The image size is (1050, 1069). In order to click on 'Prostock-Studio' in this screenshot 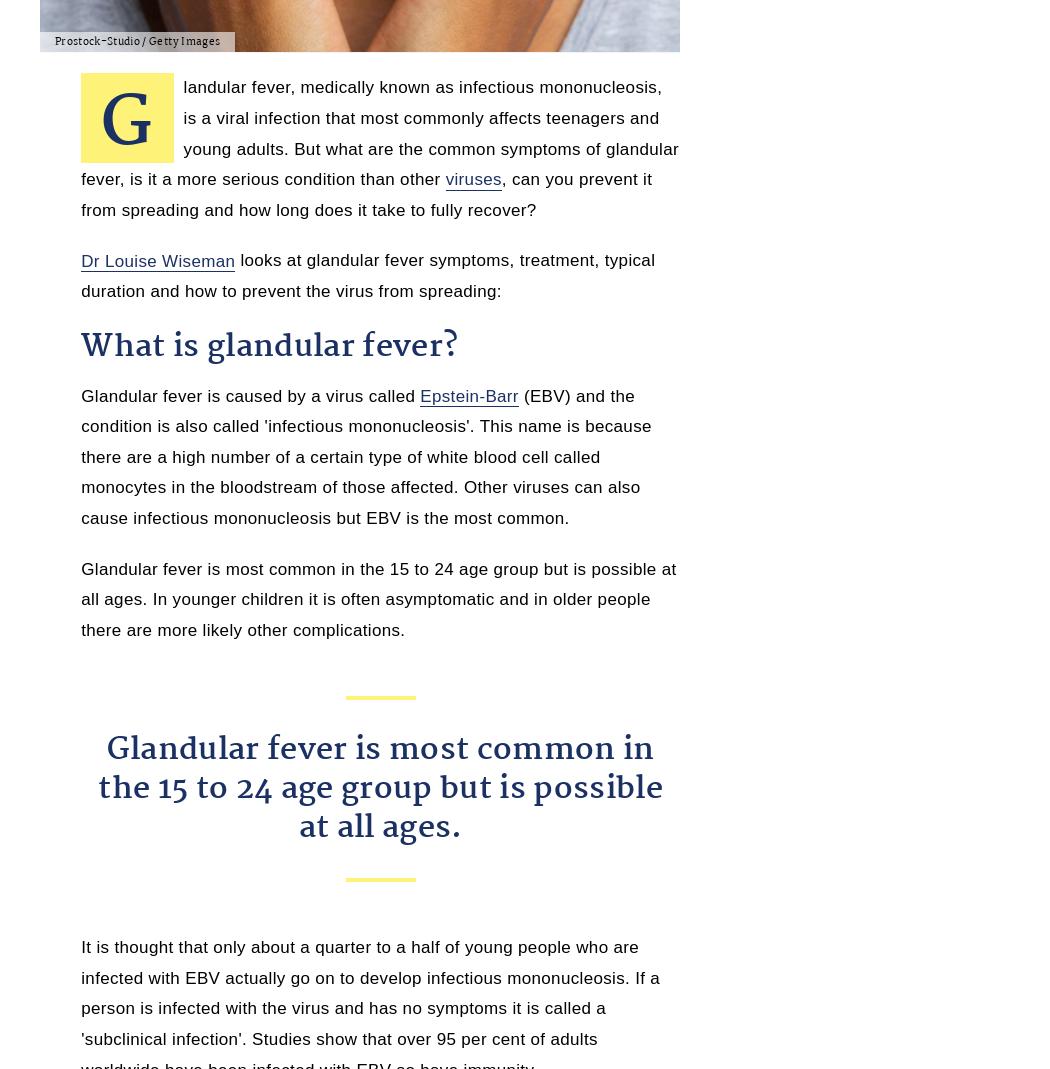, I will do `click(97, 41)`.